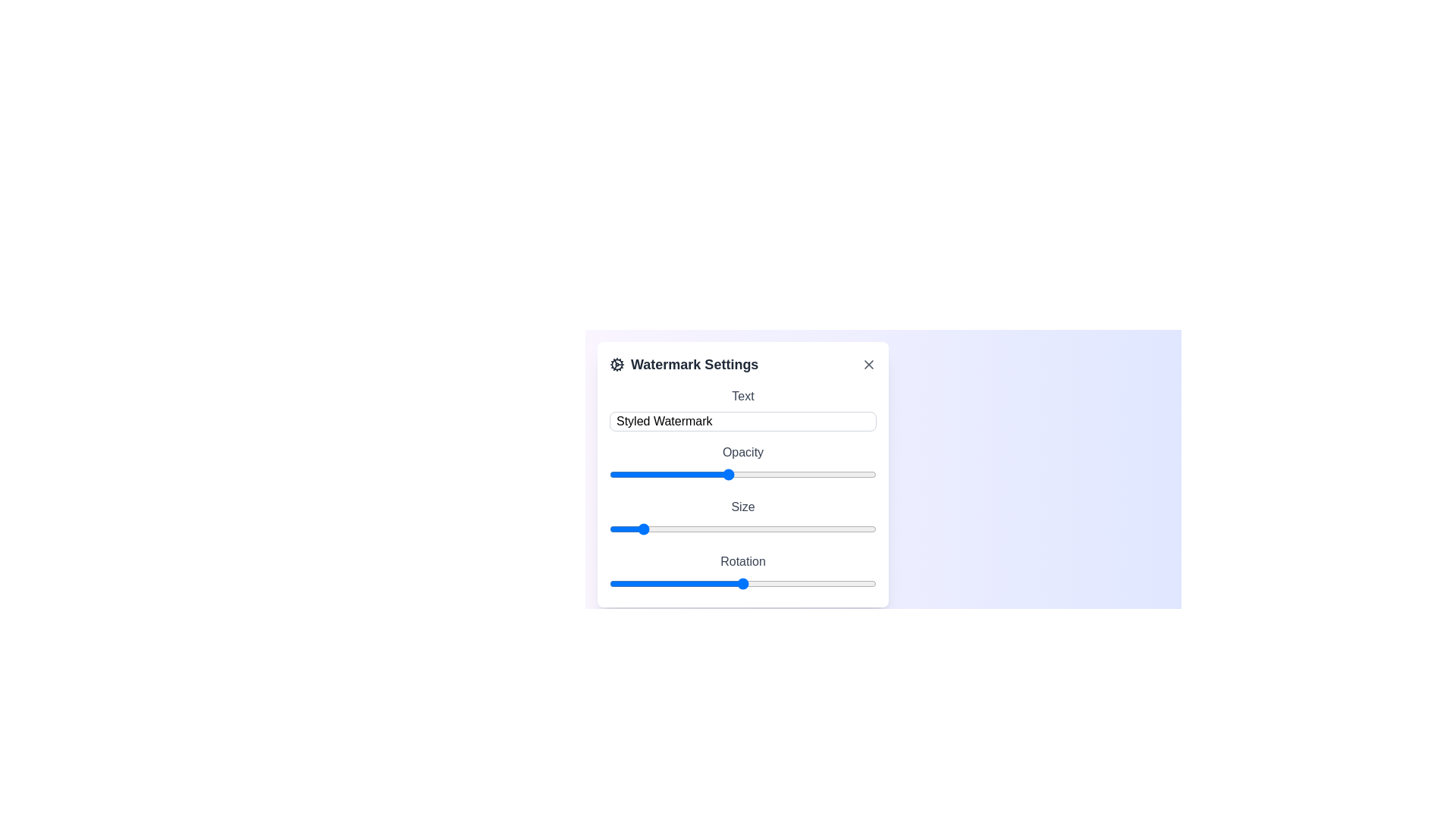  Describe the element at coordinates (780, 529) in the screenshot. I see `size` at that location.